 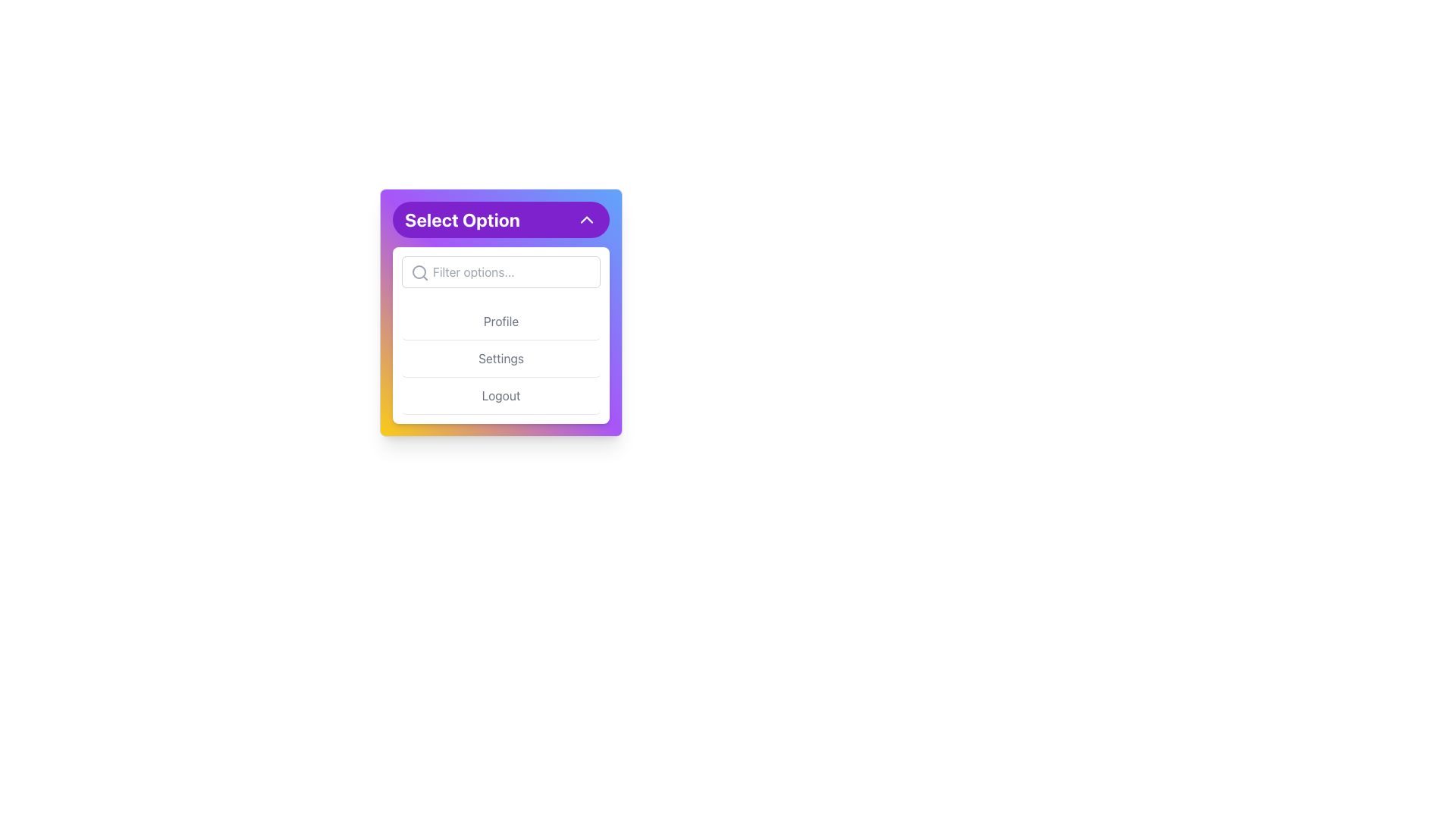 What do you see at coordinates (501, 271) in the screenshot?
I see `the Search input field, which is a rectangular input field with rounded corners and a placeholder text 'Filter options...'` at bounding box center [501, 271].